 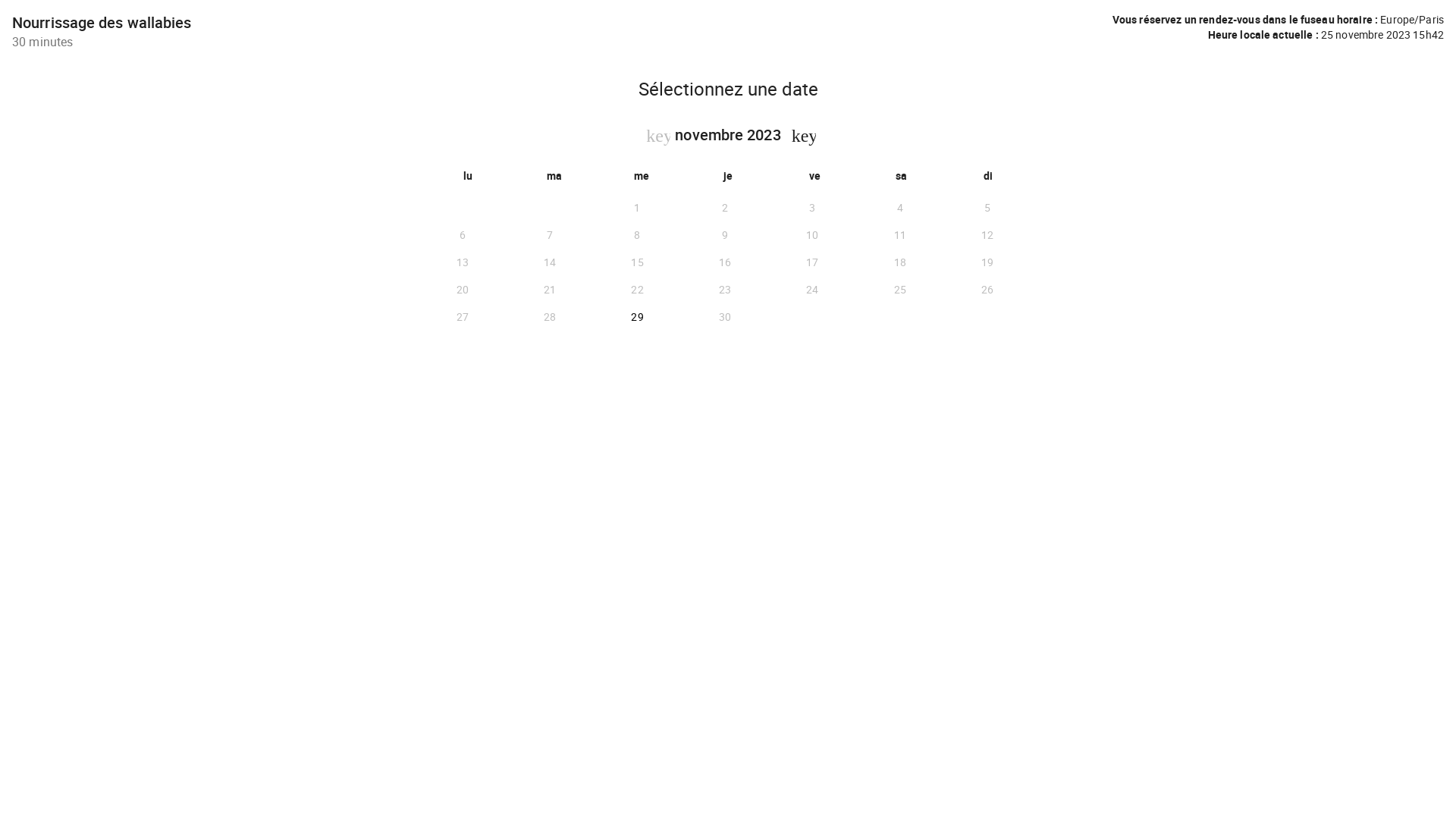 I want to click on '17', so click(x=811, y=262).